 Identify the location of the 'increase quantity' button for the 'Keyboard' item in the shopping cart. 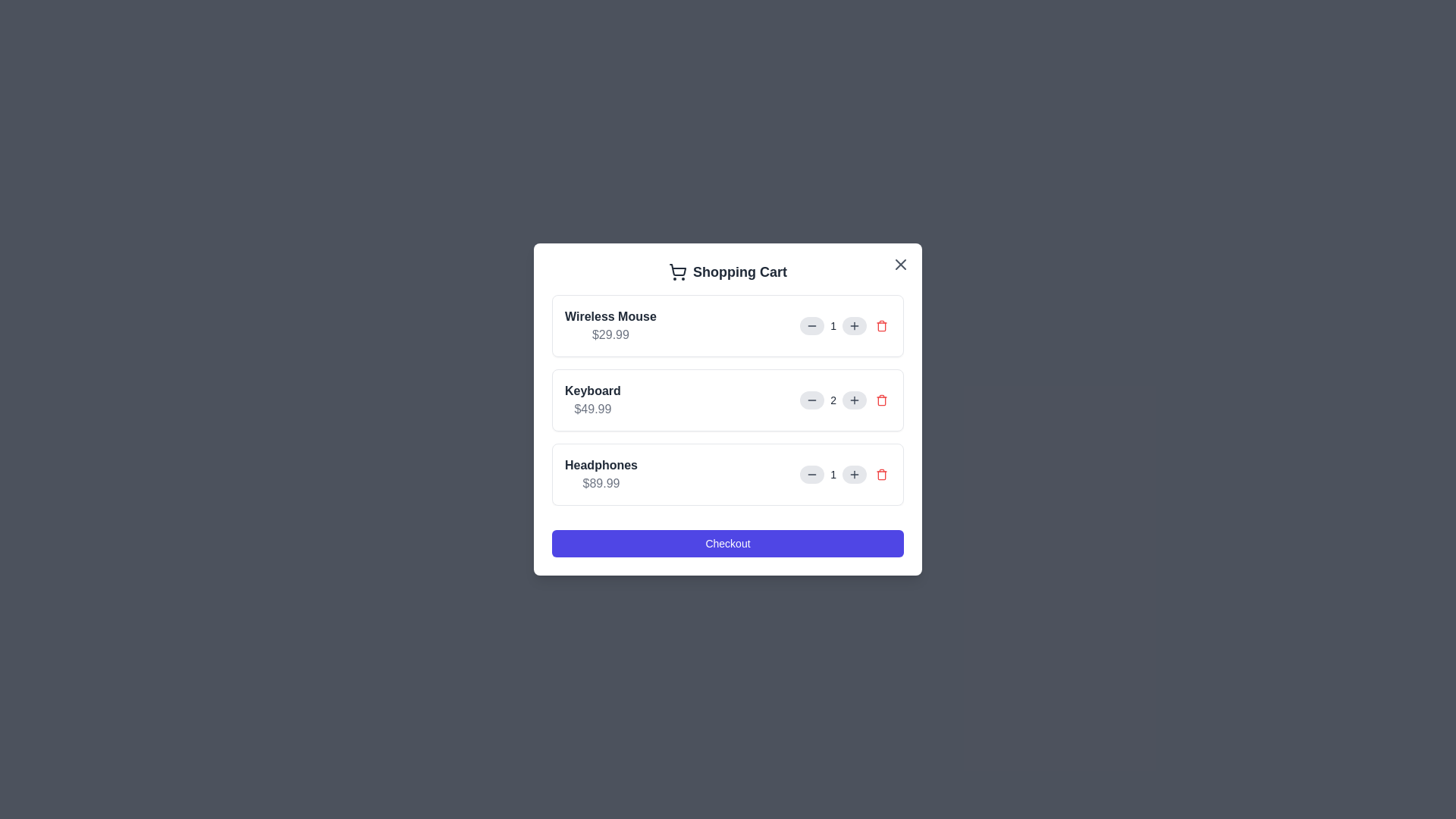
(855, 400).